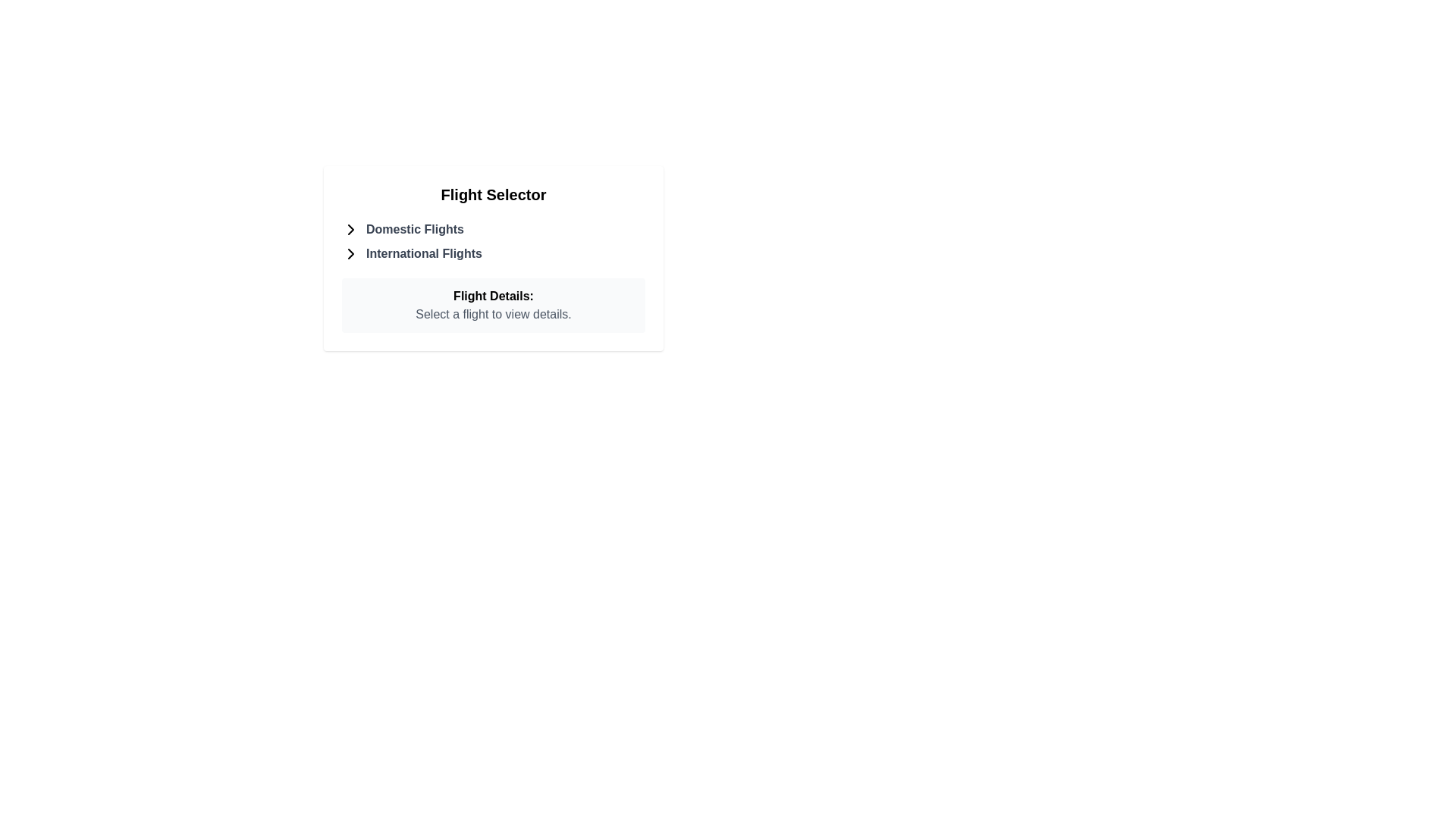 The height and width of the screenshot is (819, 1456). What do you see at coordinates (350, 253) in the screenshot?
I see `the right-pointing arrow icon with a black stroke located next to the text 'International Flights' to indicate selection` at bounding box center [350, 253].